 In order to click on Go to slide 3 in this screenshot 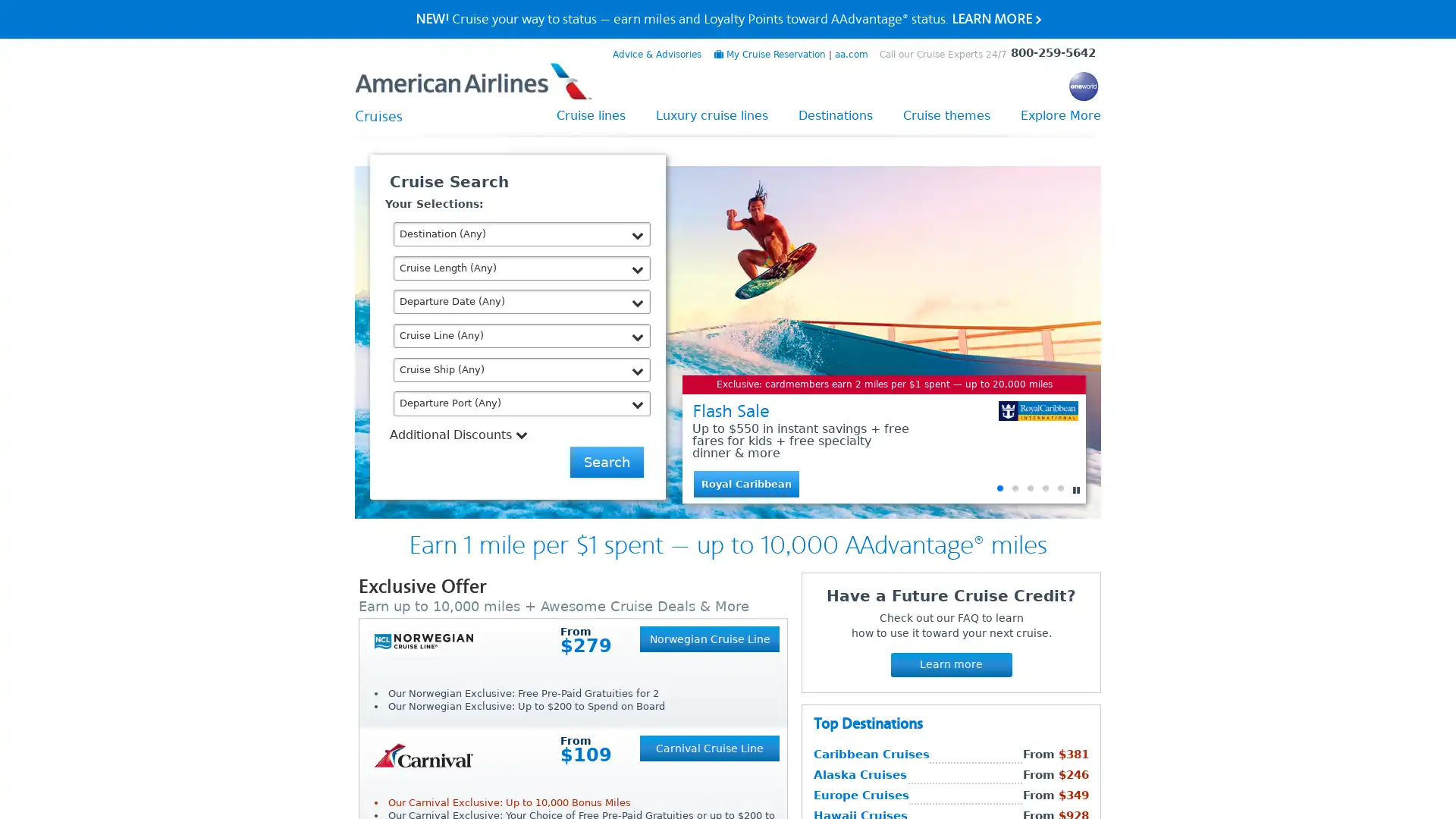, I will do `click(1030, 488)`.